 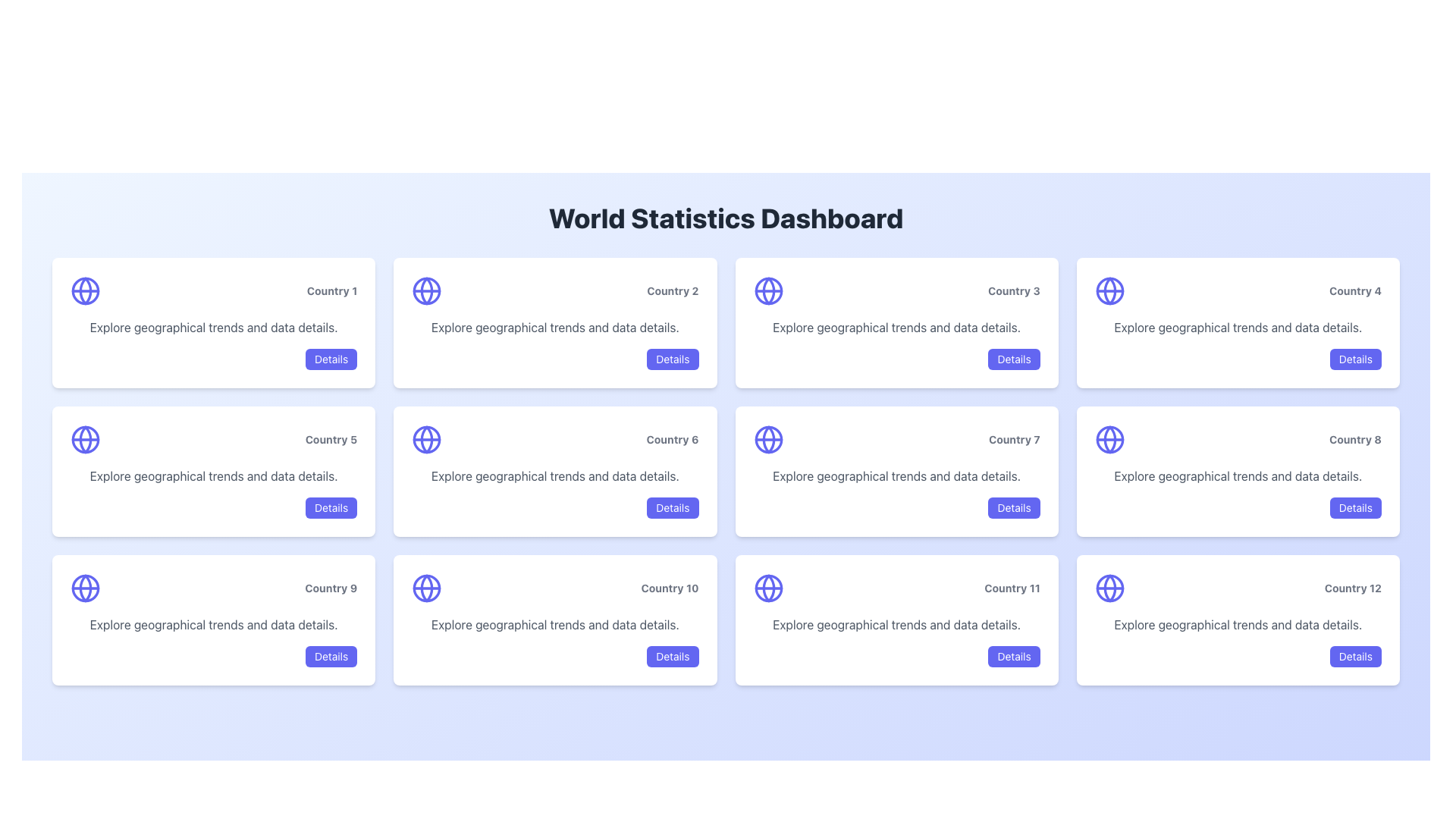 What do you see at coordinates (672, 656) in the screenshot?
I see `the 'Details' button with a purple background and white text located at the lower-right corner of the card labeled 'Country 10'` at bounding box center [672, 656].